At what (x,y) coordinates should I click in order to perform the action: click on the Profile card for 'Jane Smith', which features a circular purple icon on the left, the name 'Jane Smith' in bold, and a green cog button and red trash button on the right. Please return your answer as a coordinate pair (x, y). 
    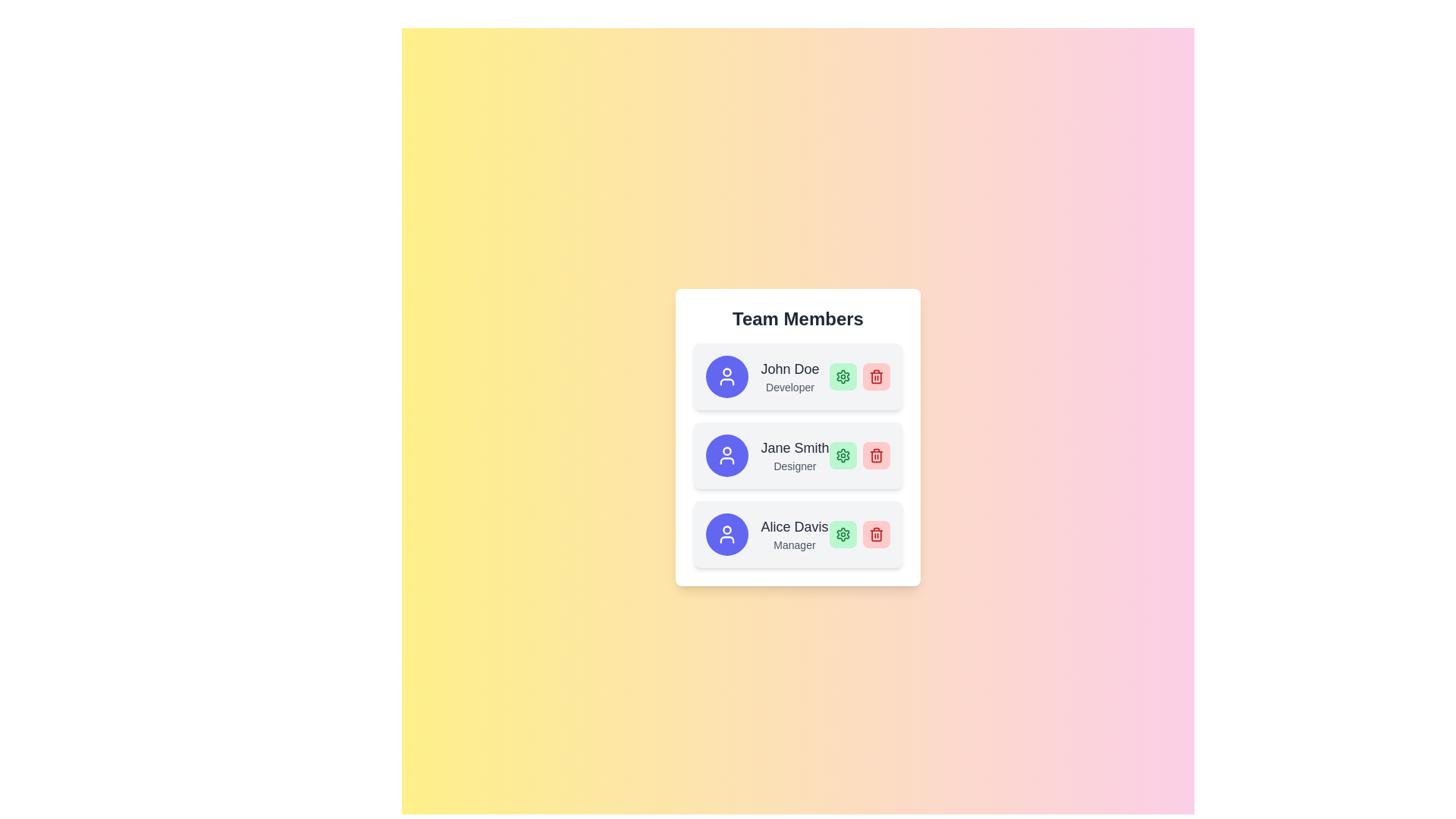
    Looking at the image, I should click on (797, 455).